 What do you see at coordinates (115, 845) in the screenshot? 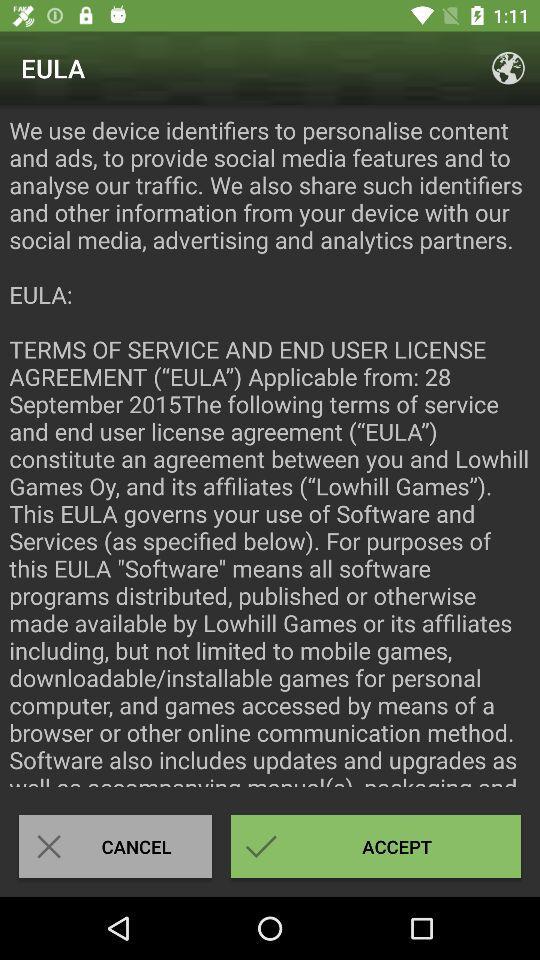
I see `the item next to accept` at bounding box center [115, 845].